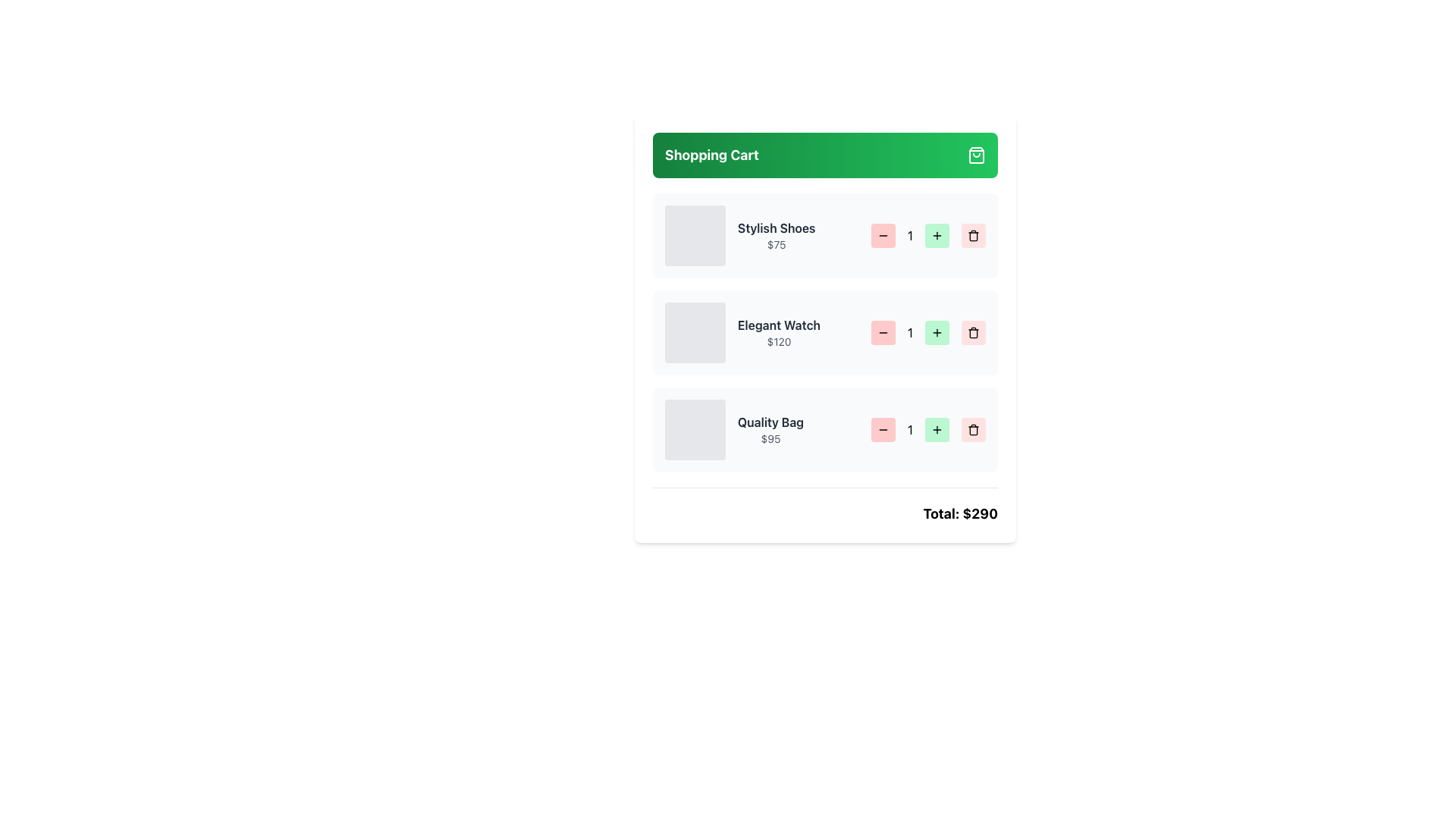  Describe the element at coordinates (937, 332) in the screenshot. I see `the increment button for the 'Elegant Watch' item in the shopping cart to increase its quantity` at that location.